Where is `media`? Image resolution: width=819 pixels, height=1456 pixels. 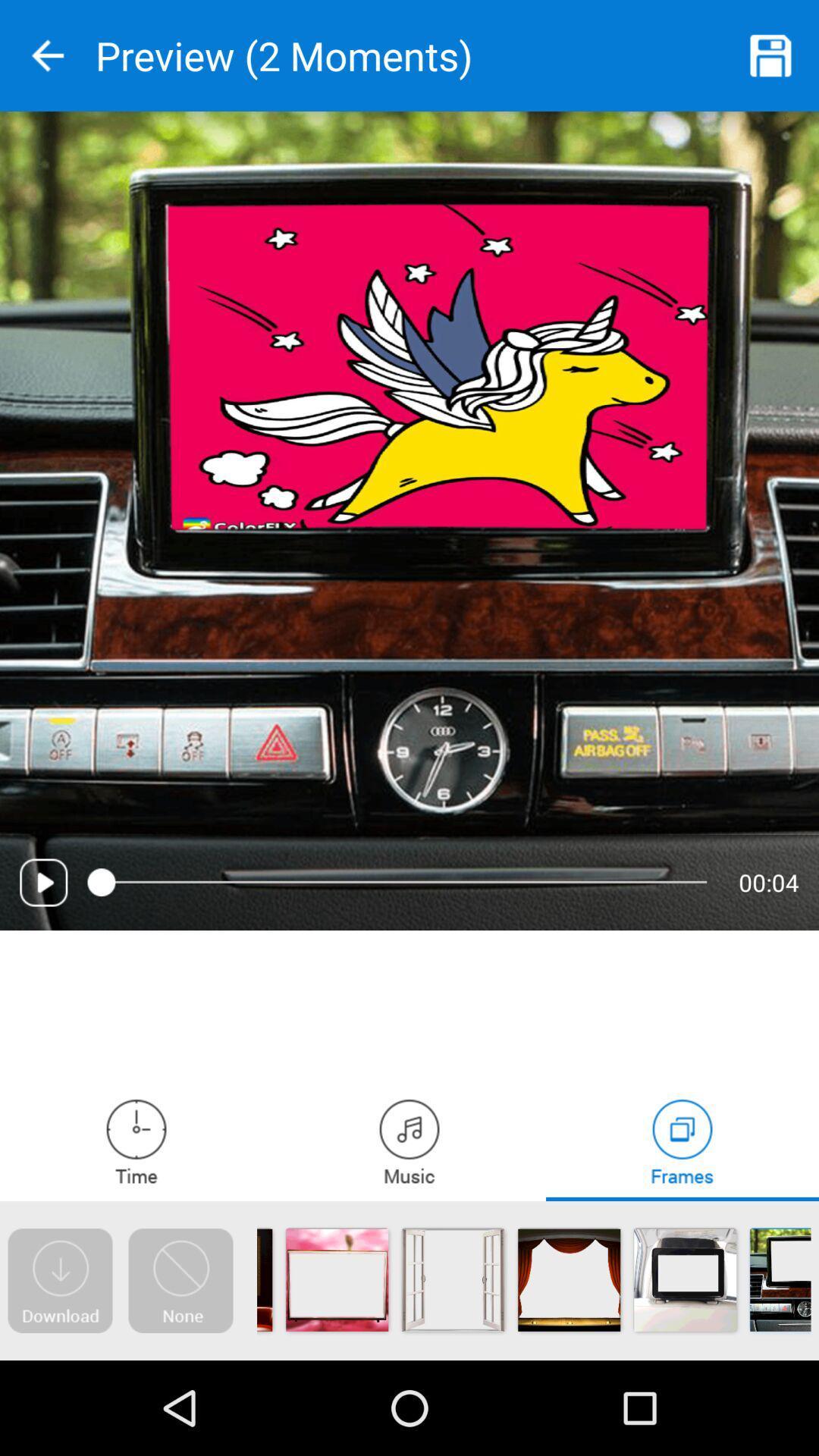
media is located at coordinates (42, 882).